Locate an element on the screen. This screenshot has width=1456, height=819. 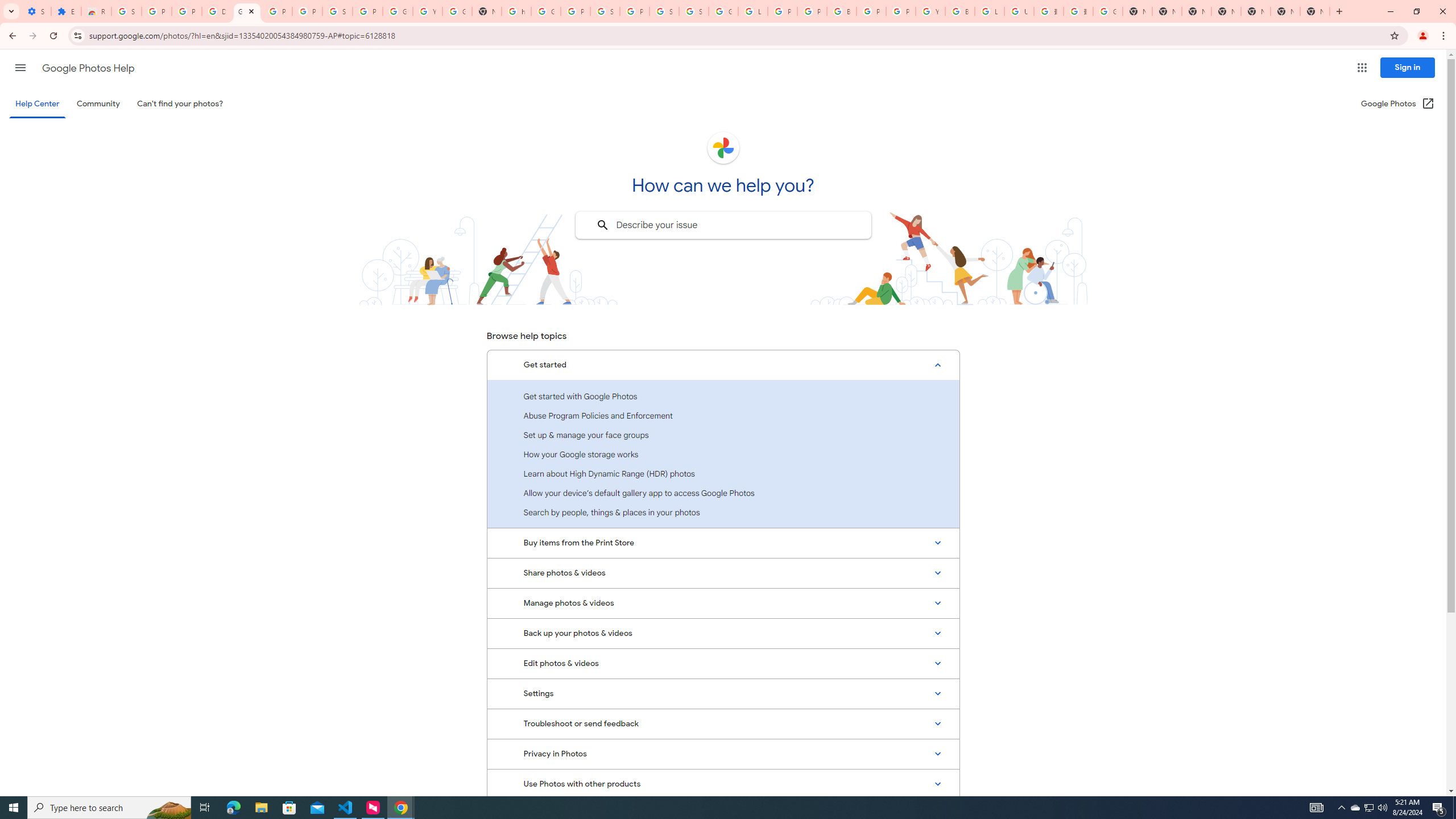
'Set up & manage your face groups' is located at coordinates (723, 434).